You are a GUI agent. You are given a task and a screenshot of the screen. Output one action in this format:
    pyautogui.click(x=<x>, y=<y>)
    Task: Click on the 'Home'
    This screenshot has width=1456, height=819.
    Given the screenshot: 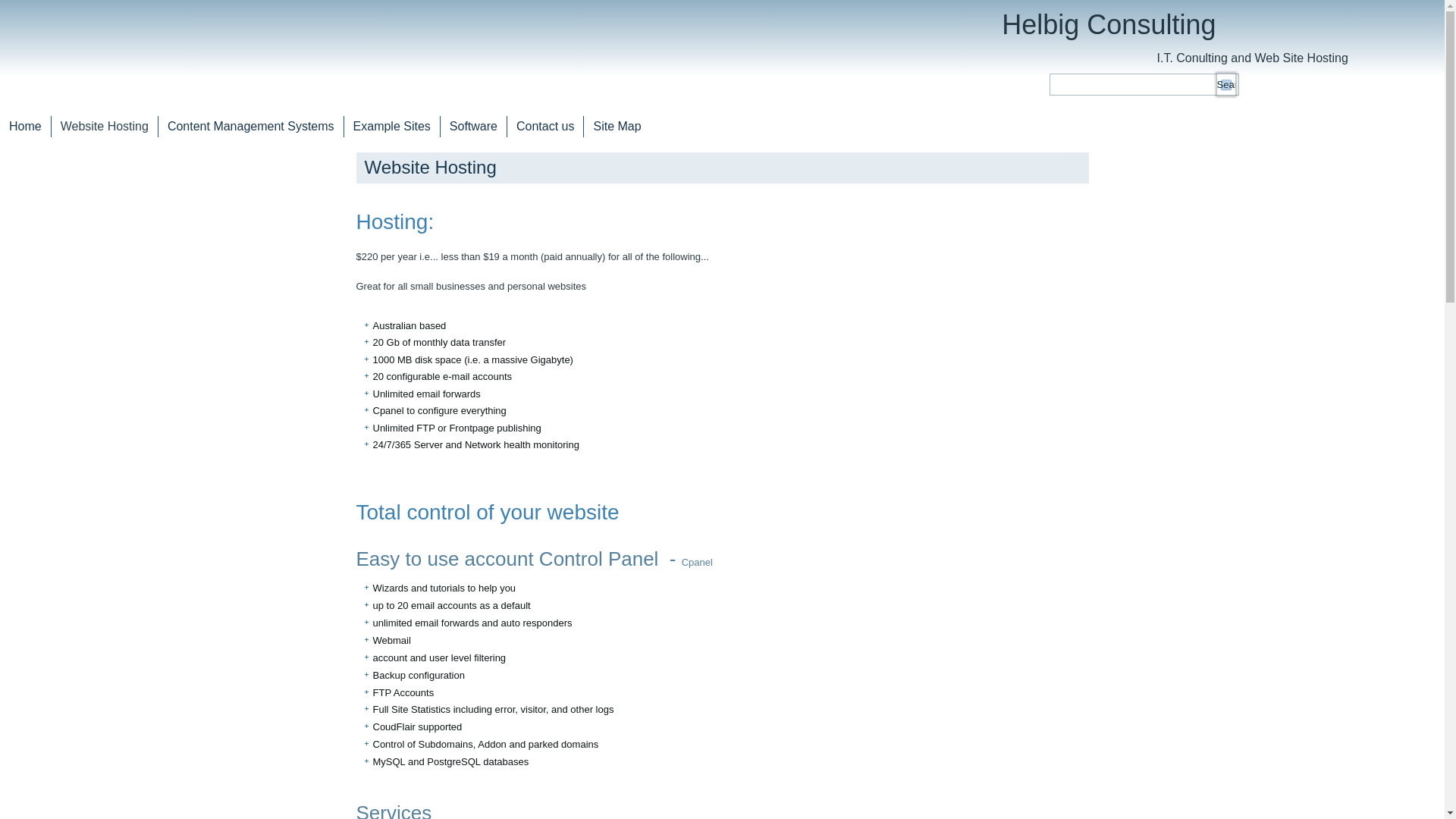 What is the action you would take?
    pyautogui.click(x=25, y=125)
    